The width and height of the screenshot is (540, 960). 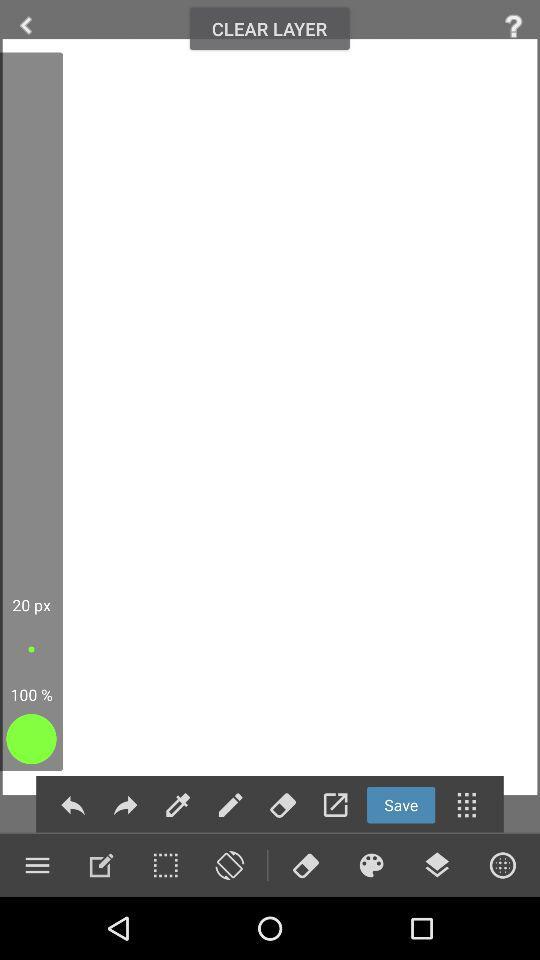 I want to click on share, so click(x=72, y=805).